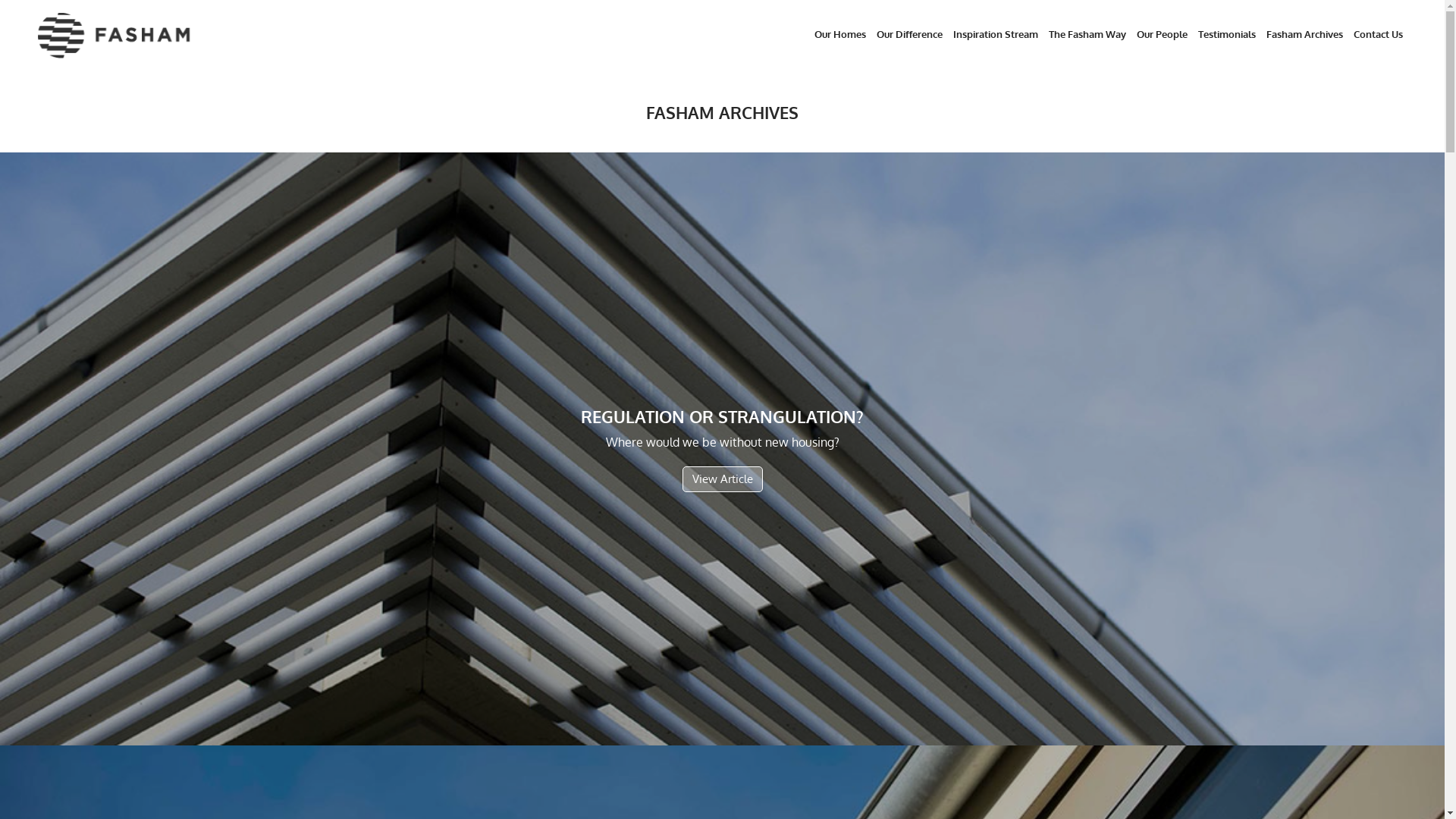  Describe the element at coordinates (682, 479) in the screenshot. I see `'View Article'` at that location.